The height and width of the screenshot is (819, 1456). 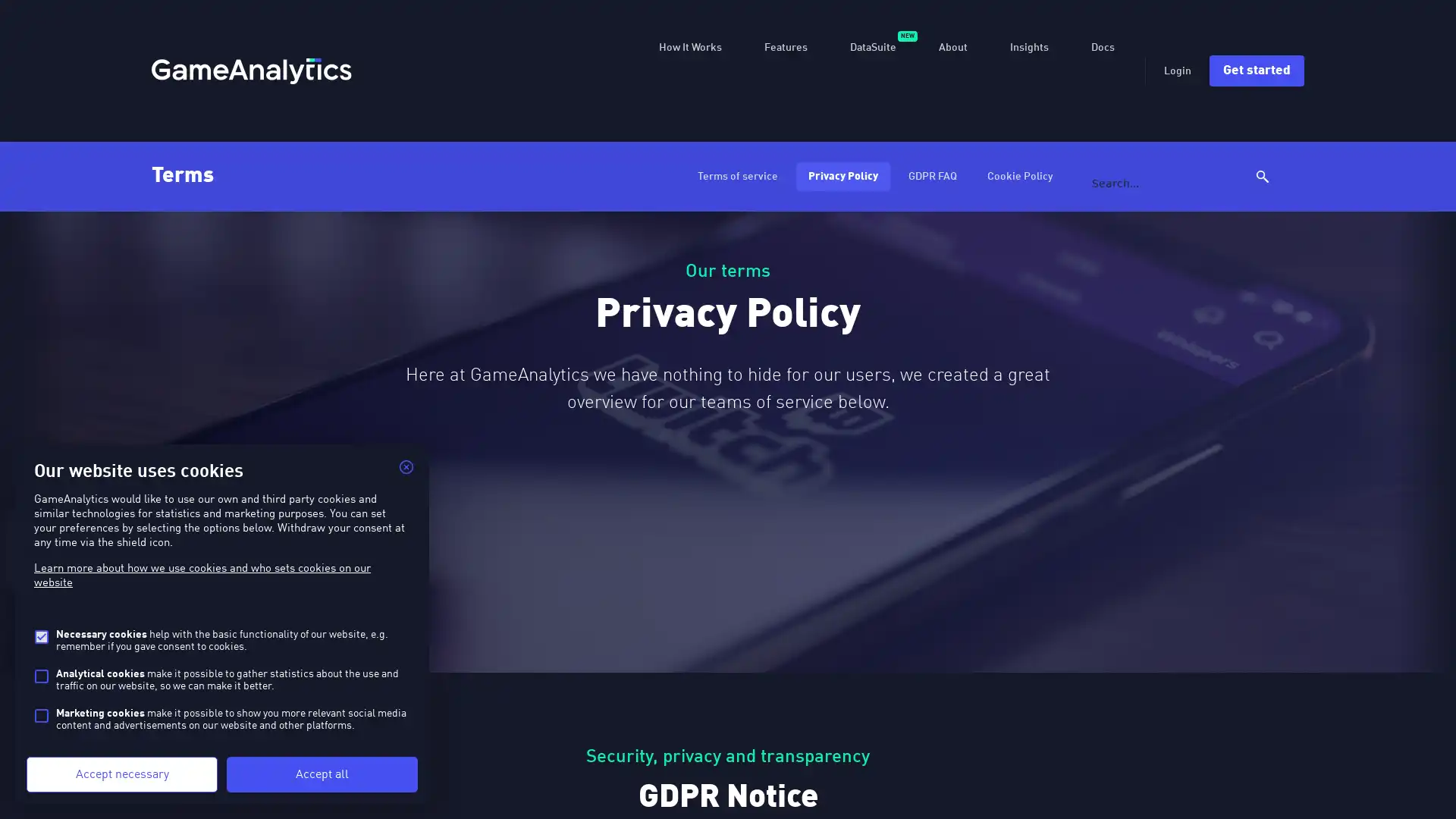 What do you see at coordinates (122, 774) in the screenshot?
I see `Accept necessary` at bounding box center [122, 774].